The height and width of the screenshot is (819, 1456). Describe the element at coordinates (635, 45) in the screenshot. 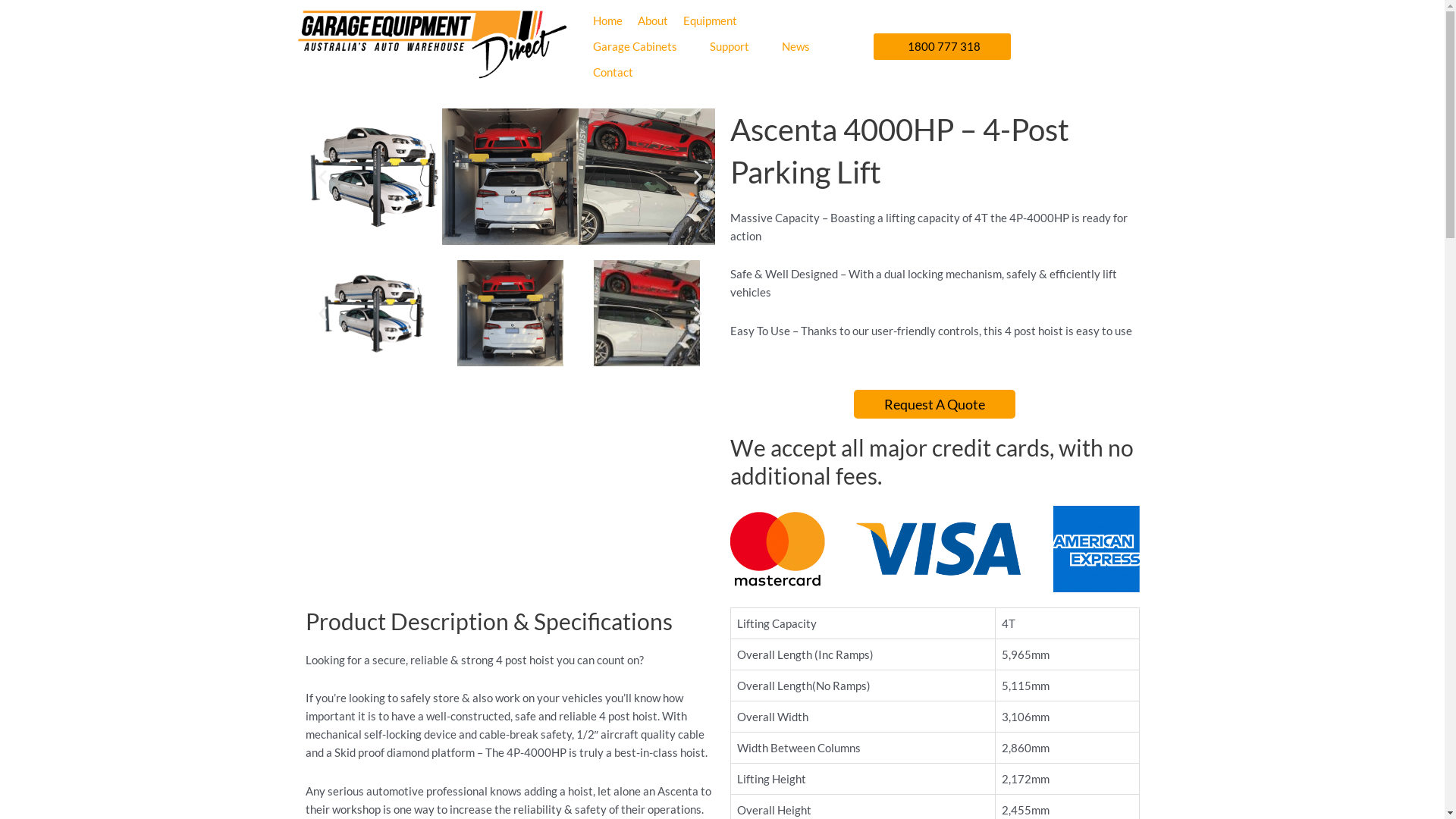

I see `'Garage Cabinets'` at that location.